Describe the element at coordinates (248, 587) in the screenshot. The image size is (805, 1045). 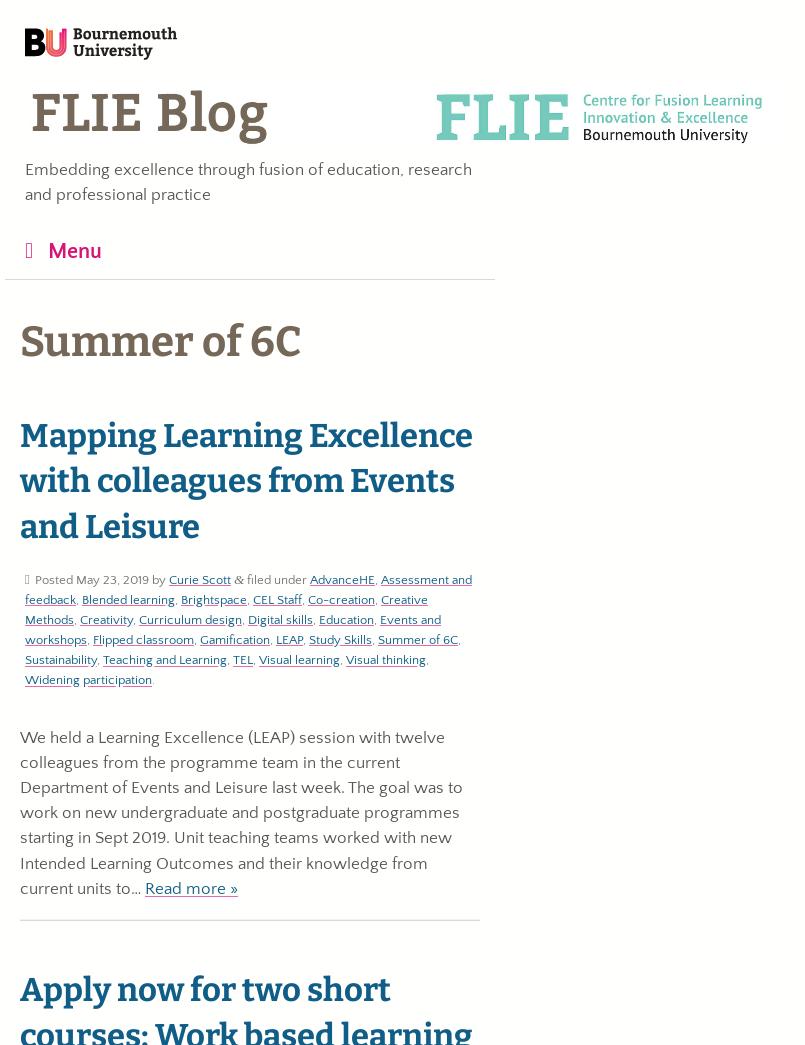
I see `'Assessment and feedback'` at that location.